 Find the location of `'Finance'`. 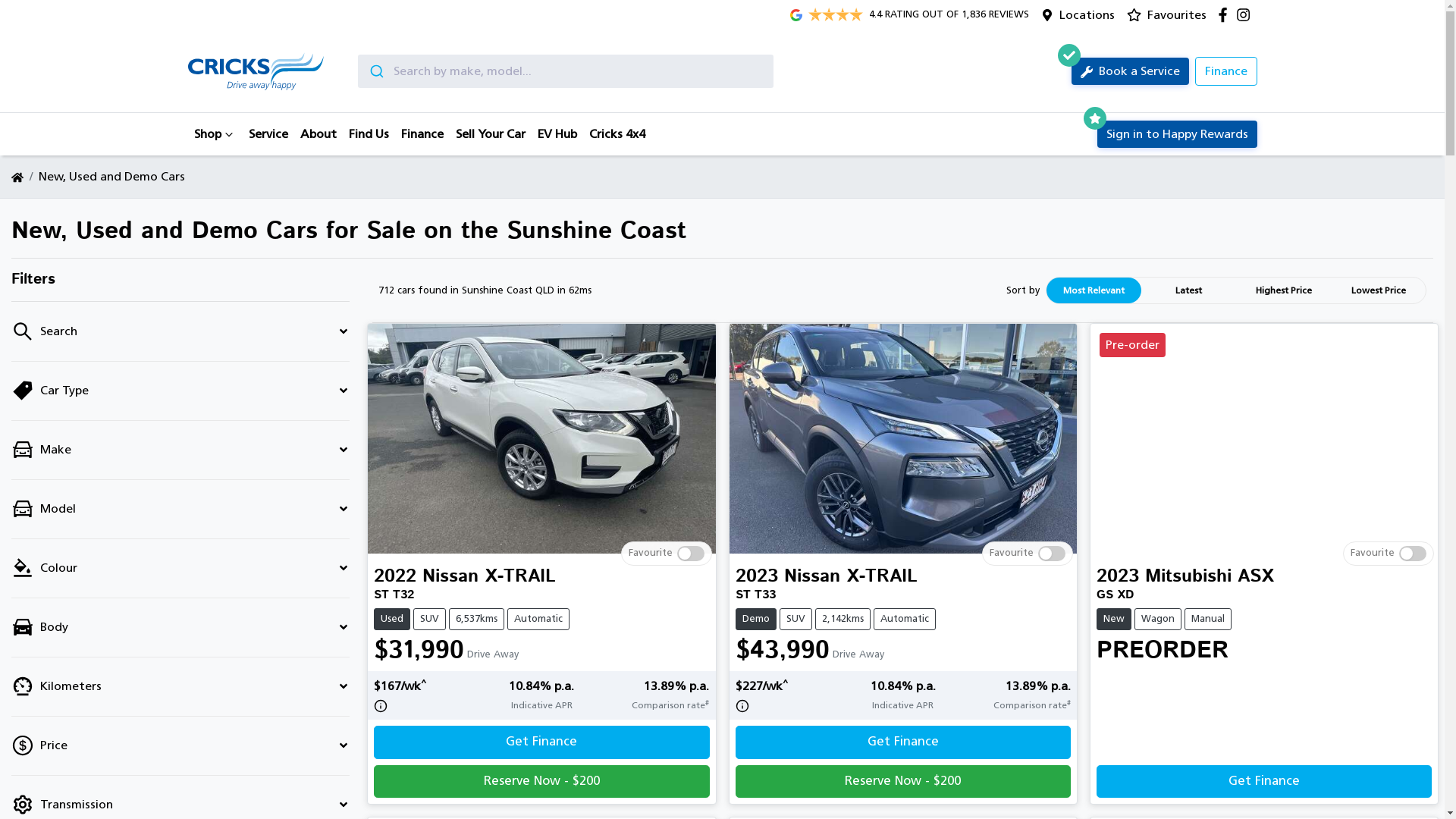

'Finance' is located at coordinates (422, 133).